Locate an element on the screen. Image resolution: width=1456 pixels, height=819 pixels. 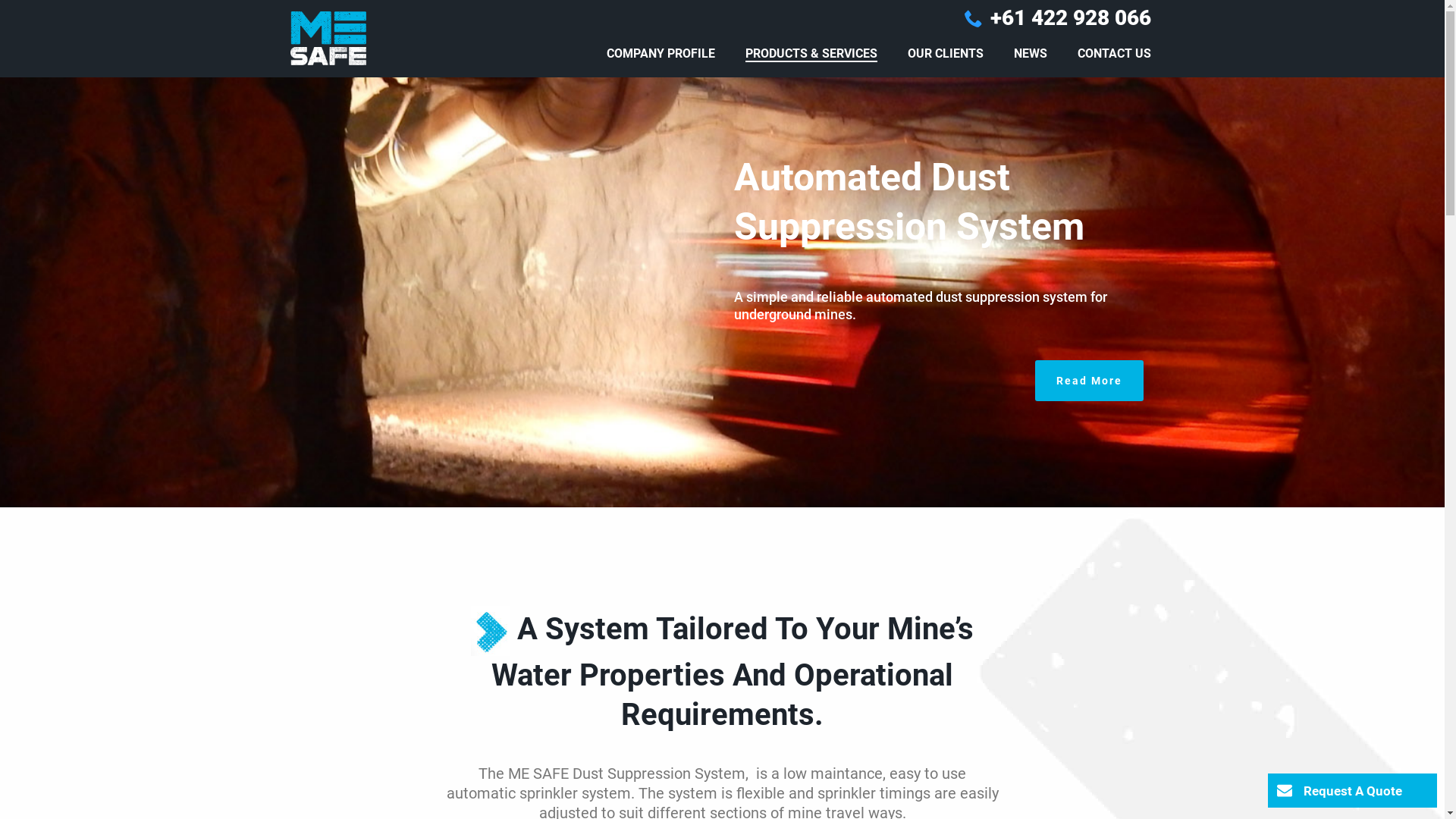
'+61 422 928 066' is located at coordinates (1069, 17).